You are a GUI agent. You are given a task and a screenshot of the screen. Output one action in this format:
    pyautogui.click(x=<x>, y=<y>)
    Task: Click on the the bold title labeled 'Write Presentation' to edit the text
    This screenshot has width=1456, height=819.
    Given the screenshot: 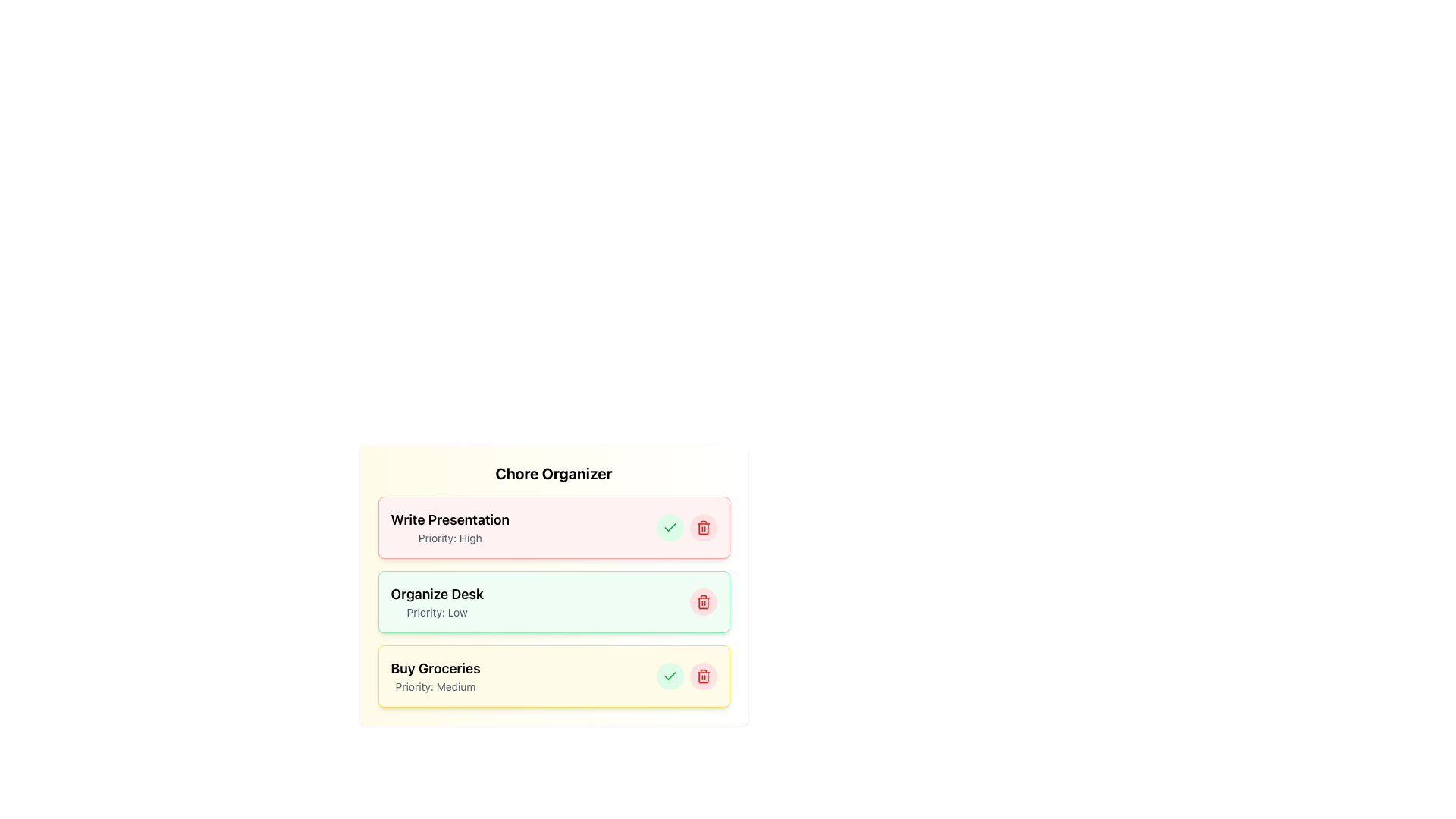 What is the action you would take?
    pyautogui.click(x=449, y=526)
    